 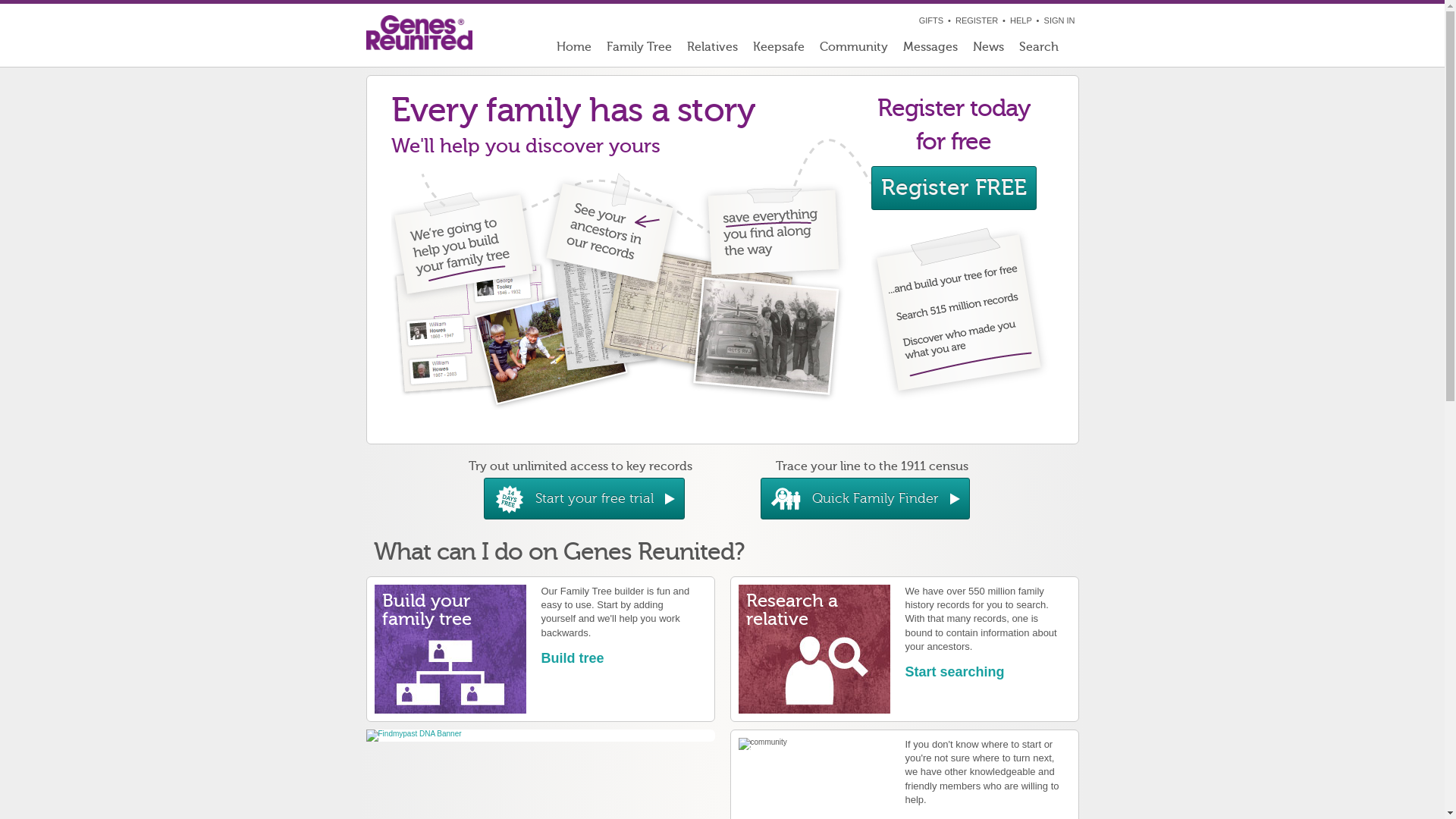 I want to click on 'Community', so click(x=852, y=49).